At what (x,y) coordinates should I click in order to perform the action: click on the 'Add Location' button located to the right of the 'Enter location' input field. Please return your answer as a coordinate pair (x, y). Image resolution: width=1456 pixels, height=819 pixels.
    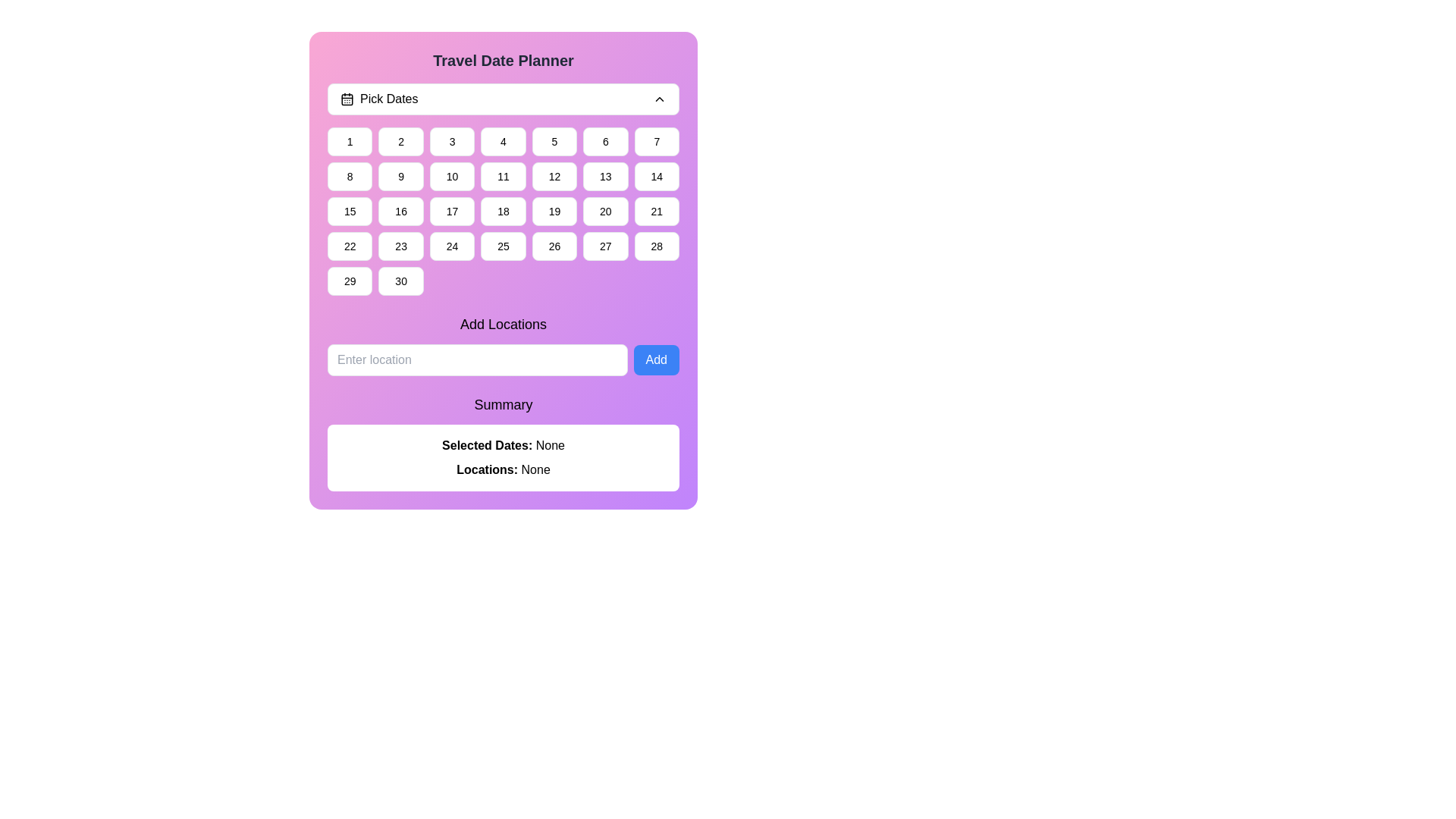
    Looking at the image, I should click on (656, 359).